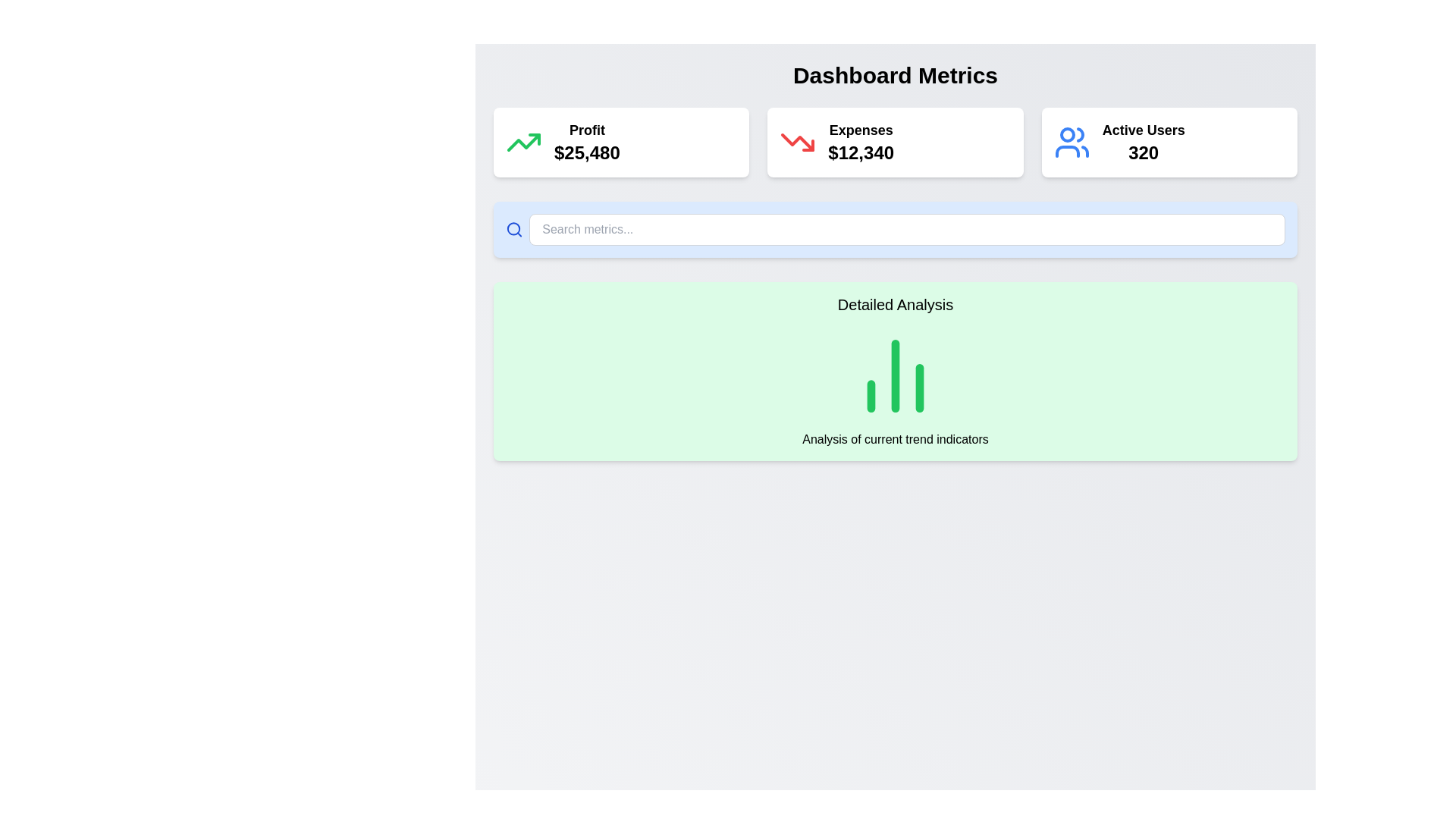 The image size is (1456, 819). What do you see at coordinates (535, 140) in the screenshot?
I see `the triangular-shaped vector graphical component that denotes a positive trend in the 'Profit' metric card located at the top left of the dashboard` at bounding box center [535, 140].